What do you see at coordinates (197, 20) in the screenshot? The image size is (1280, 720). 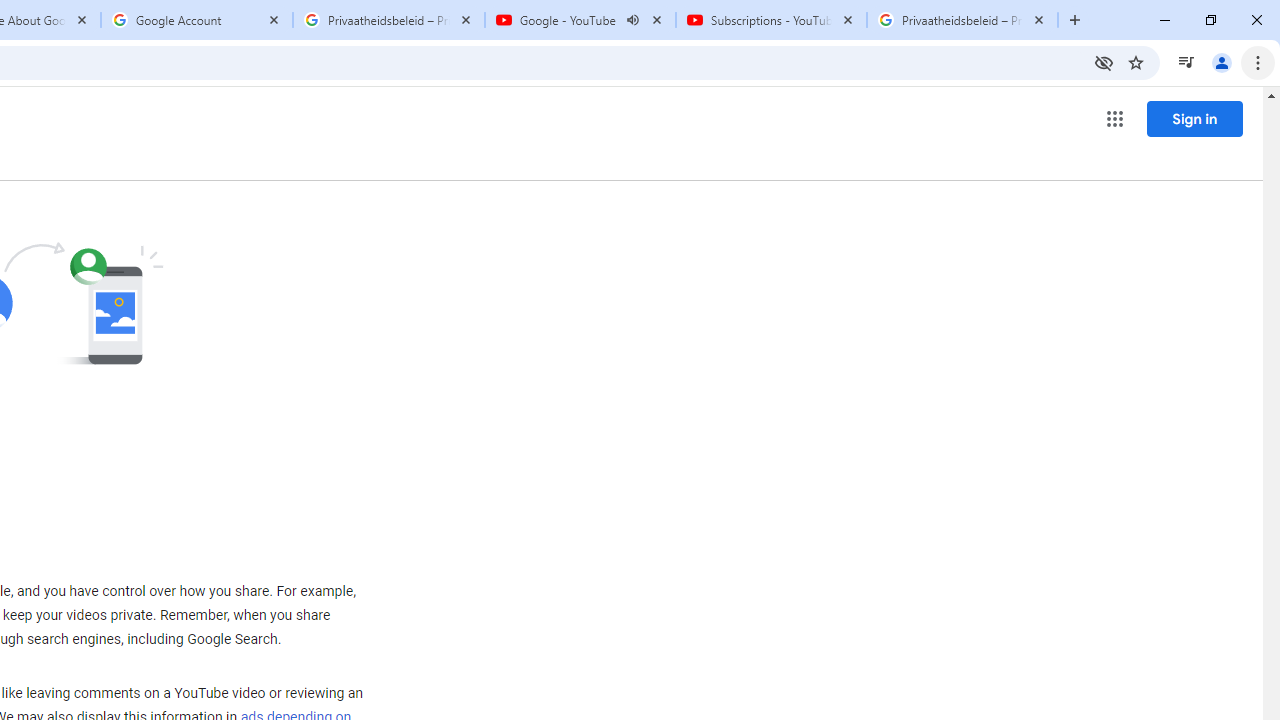 I see `'Google Account'` at bounding box center [197, 20].